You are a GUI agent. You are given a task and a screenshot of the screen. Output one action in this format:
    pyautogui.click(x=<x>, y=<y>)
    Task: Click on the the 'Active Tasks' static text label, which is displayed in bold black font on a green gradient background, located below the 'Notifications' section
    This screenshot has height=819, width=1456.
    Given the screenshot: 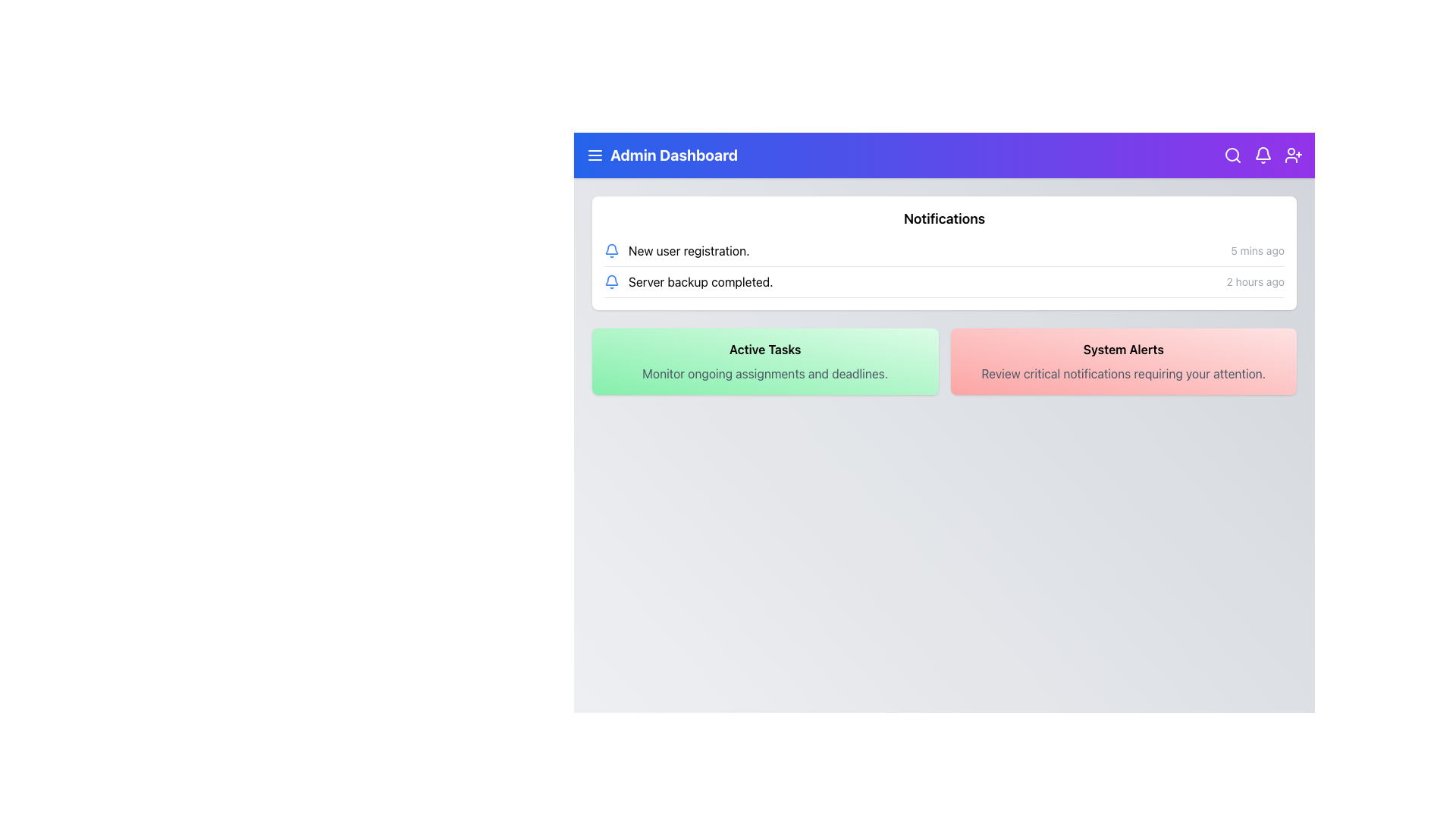 What is the action you would take?
    pyautogui.click(x=765, y=350)
    